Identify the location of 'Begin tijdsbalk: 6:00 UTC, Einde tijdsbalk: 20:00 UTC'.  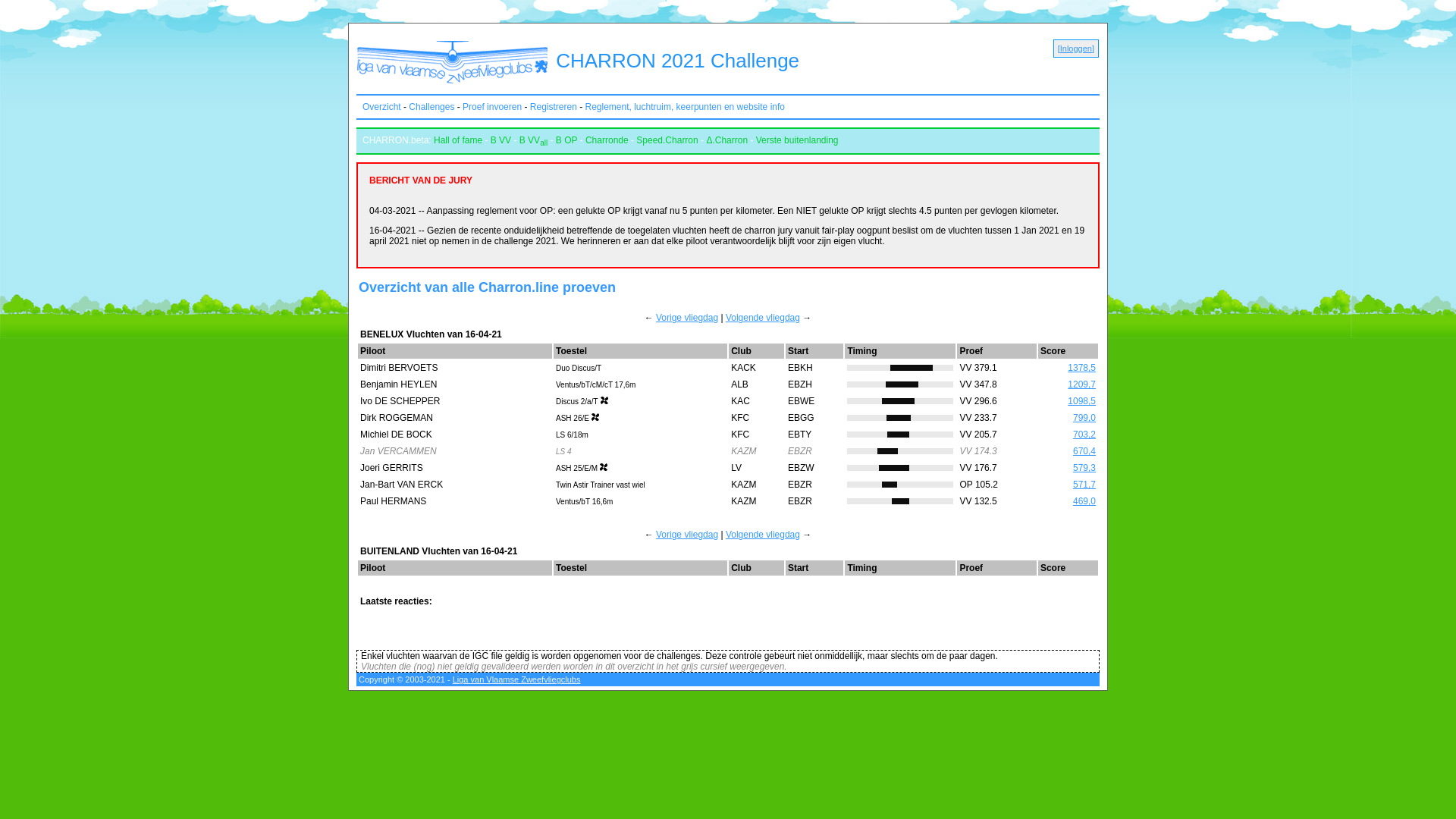
(899, 467).